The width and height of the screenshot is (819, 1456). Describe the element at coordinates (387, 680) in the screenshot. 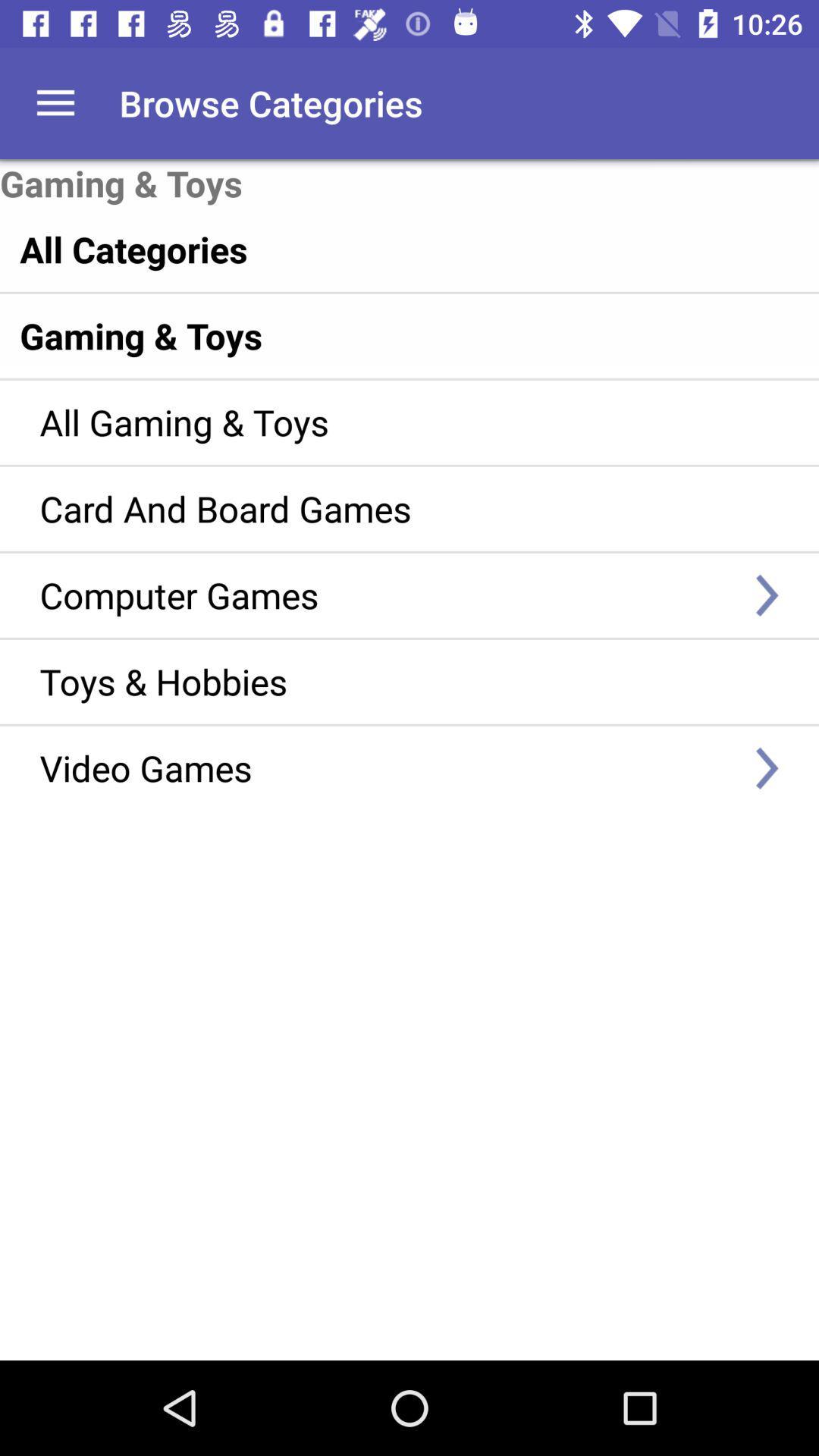

I see `the toys & hobbies item` at that location.